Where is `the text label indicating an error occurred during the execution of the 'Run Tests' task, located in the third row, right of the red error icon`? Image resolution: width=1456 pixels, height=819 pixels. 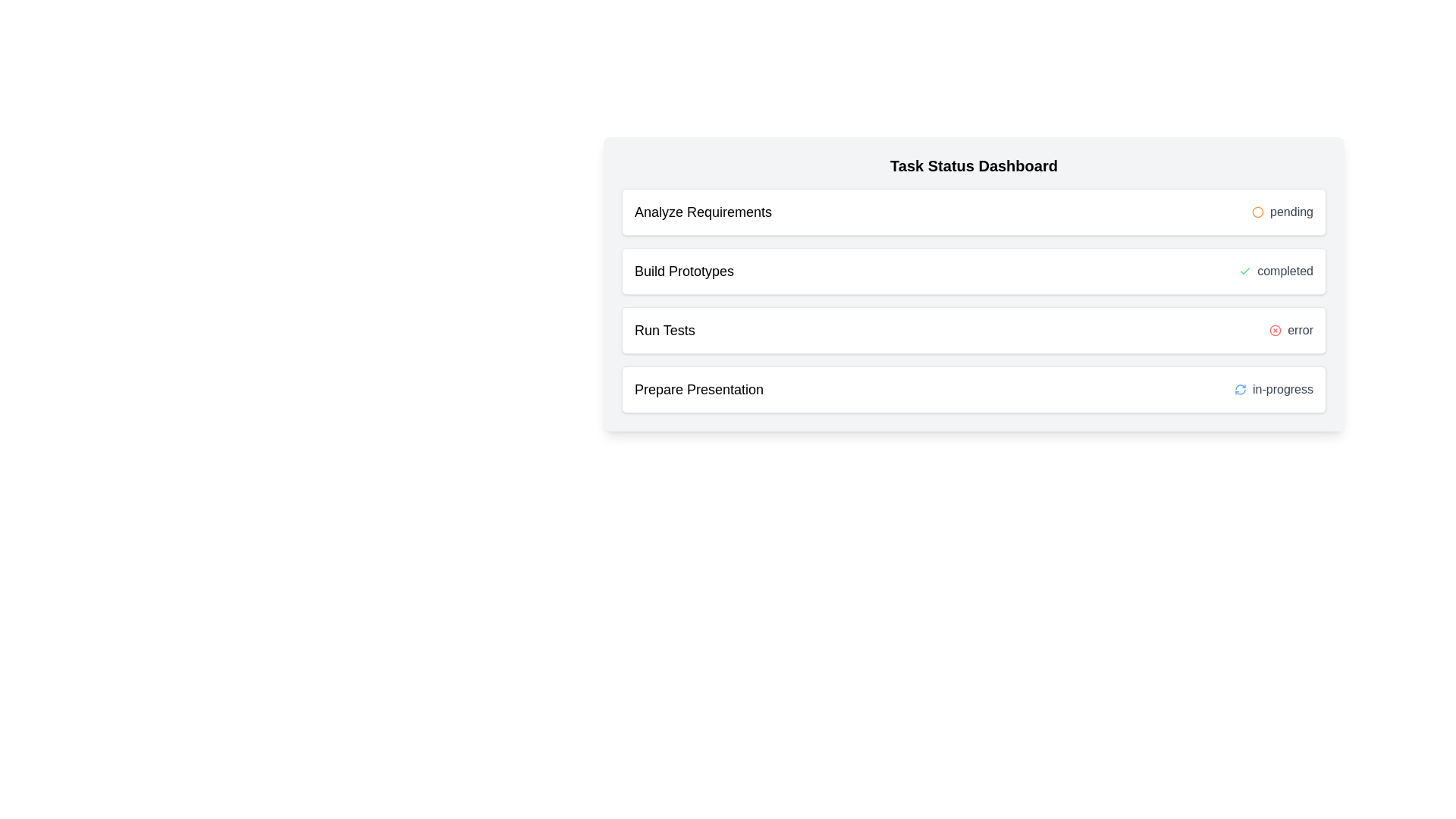
the text label indicating an error occurred during the execution of the 'Run Tests' task, located in the third row, right of the red error icon is located at coordinates (1300, 329).